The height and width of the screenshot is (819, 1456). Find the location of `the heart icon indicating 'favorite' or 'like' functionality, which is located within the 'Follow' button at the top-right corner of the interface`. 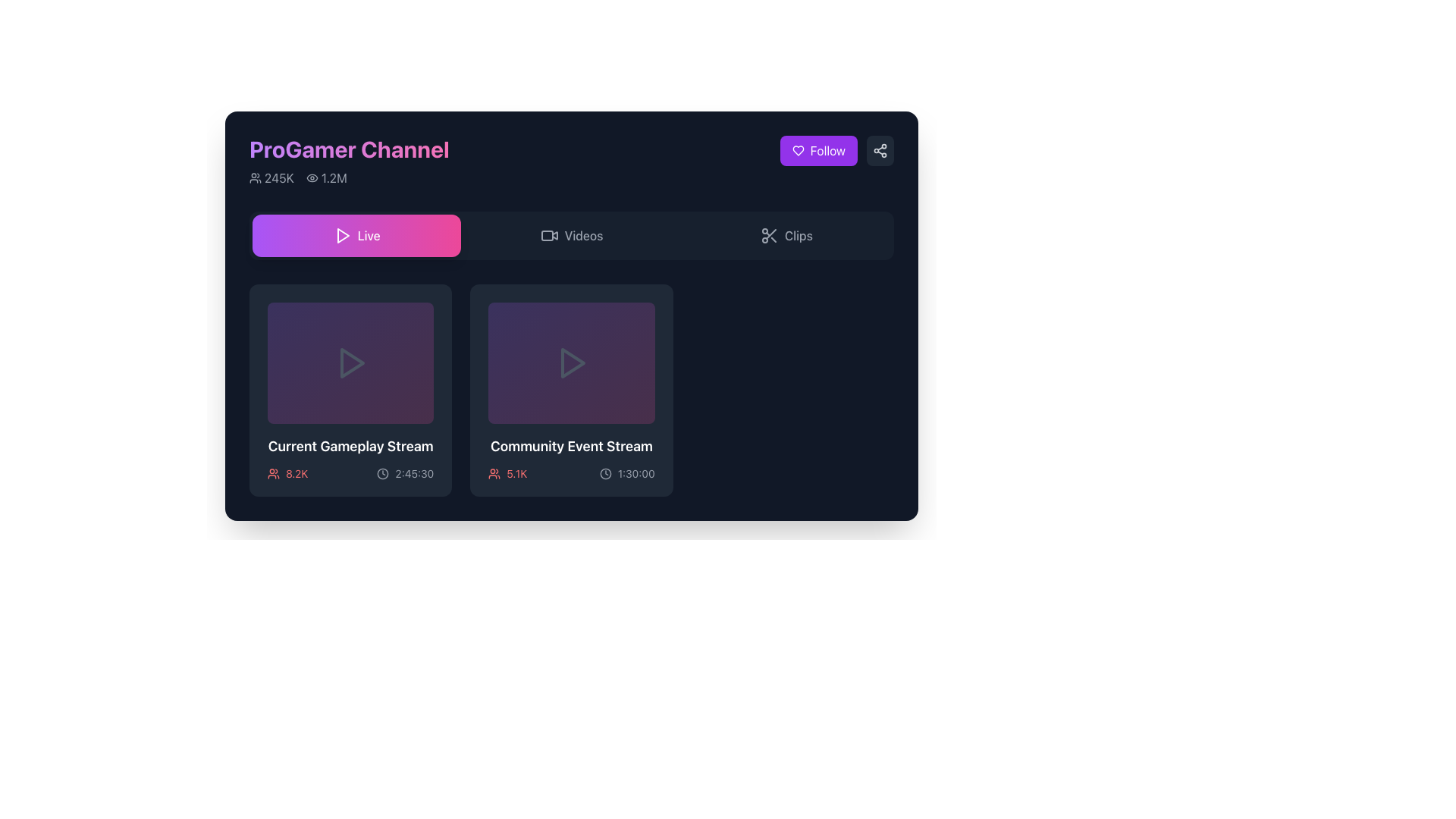

the heart icon indicating 'favorite' or 'like' functionality, which is located within the 'Follow' button at the top-right corner of the interface is located at coordinates (797, 151).